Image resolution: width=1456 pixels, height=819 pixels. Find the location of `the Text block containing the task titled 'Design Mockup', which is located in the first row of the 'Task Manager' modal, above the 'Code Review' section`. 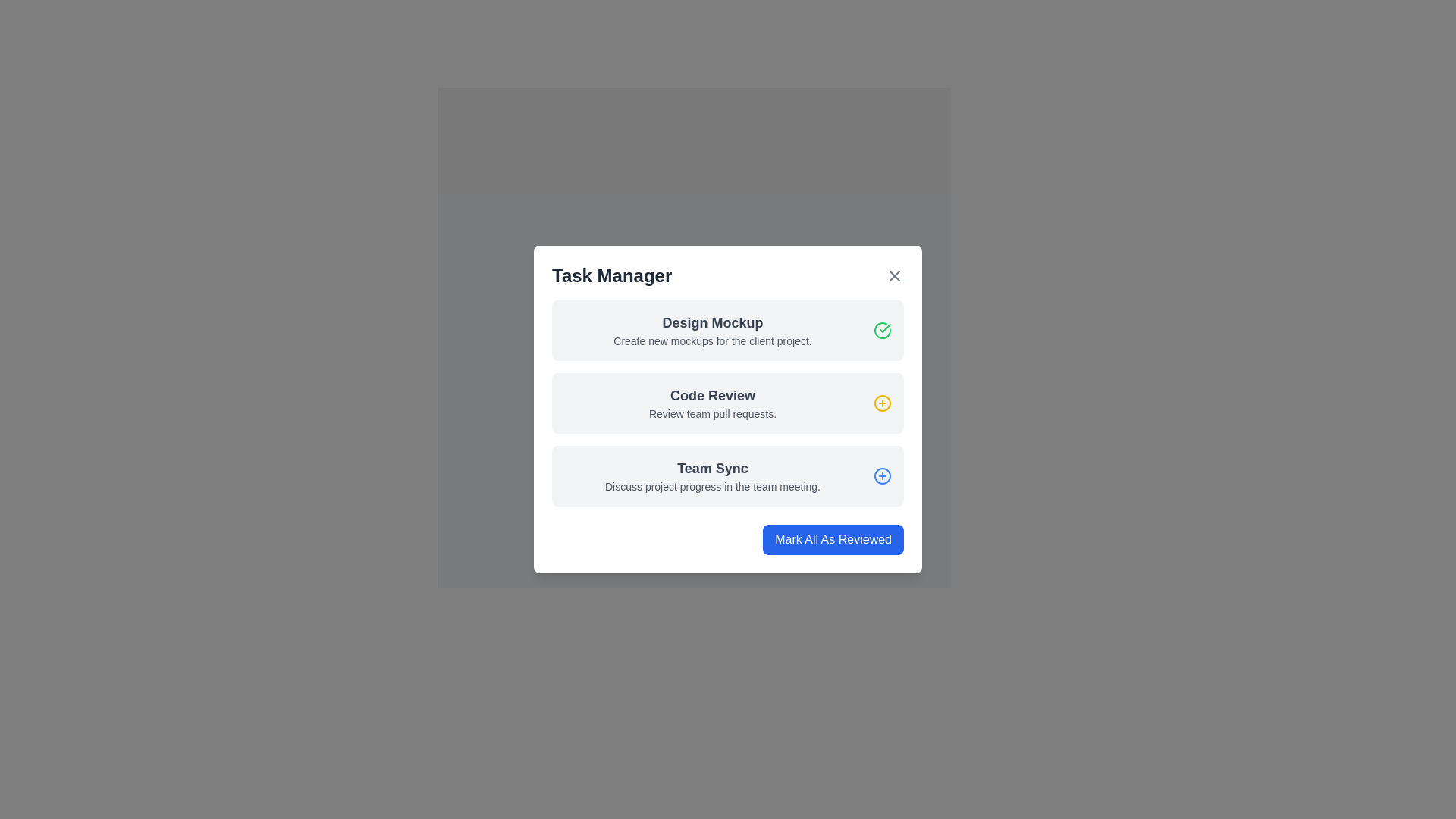

the Text block containing the task titled 'Design Mockup', which is located in the first row of the 'Task Manager' modal, above the 'Code Review' section is located at coordinates (712, 329).